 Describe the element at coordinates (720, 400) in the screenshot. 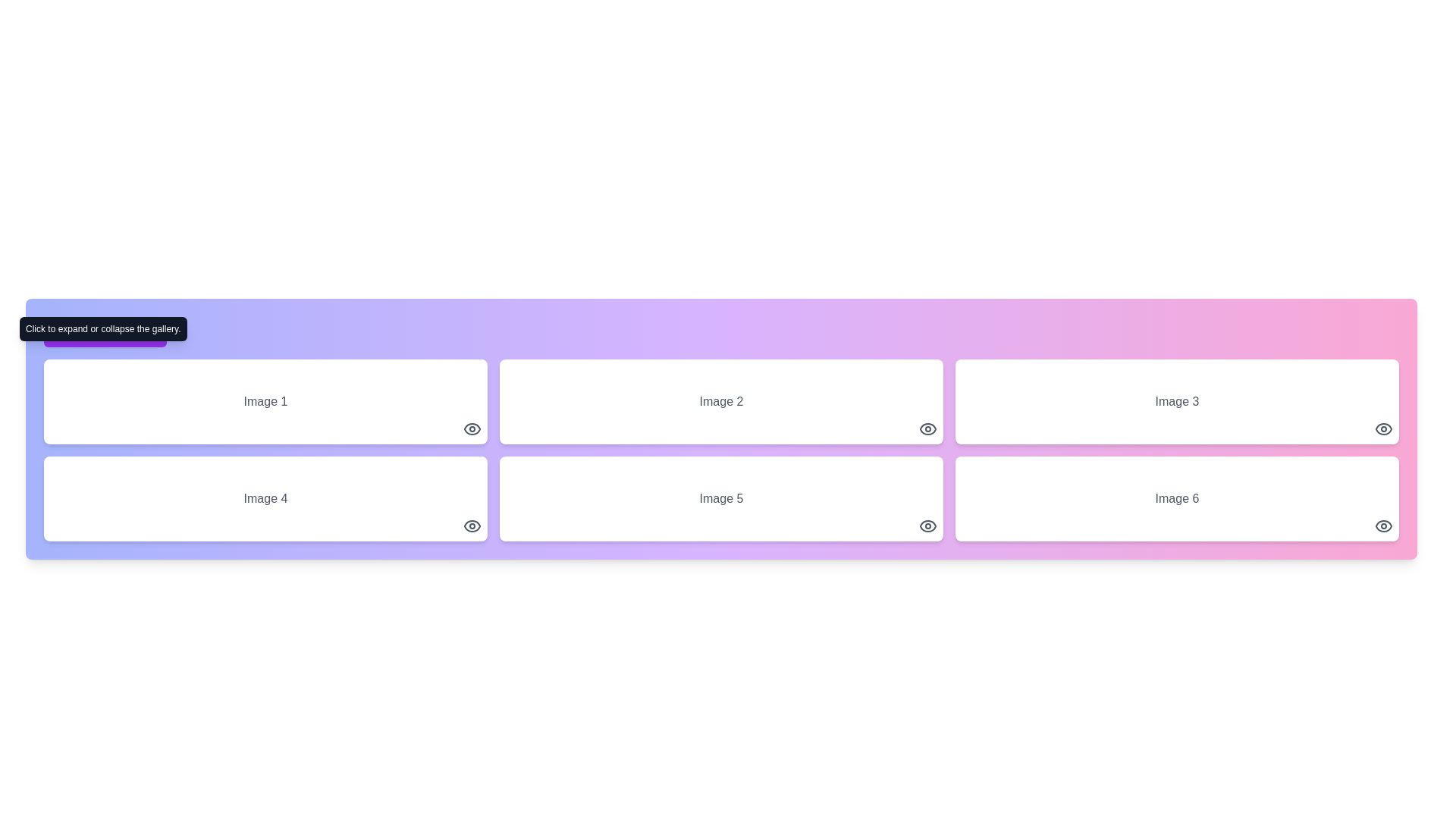

I see `the card component representing 'Image 2', which is located in the second position of the first row in a grid layout` at that location.